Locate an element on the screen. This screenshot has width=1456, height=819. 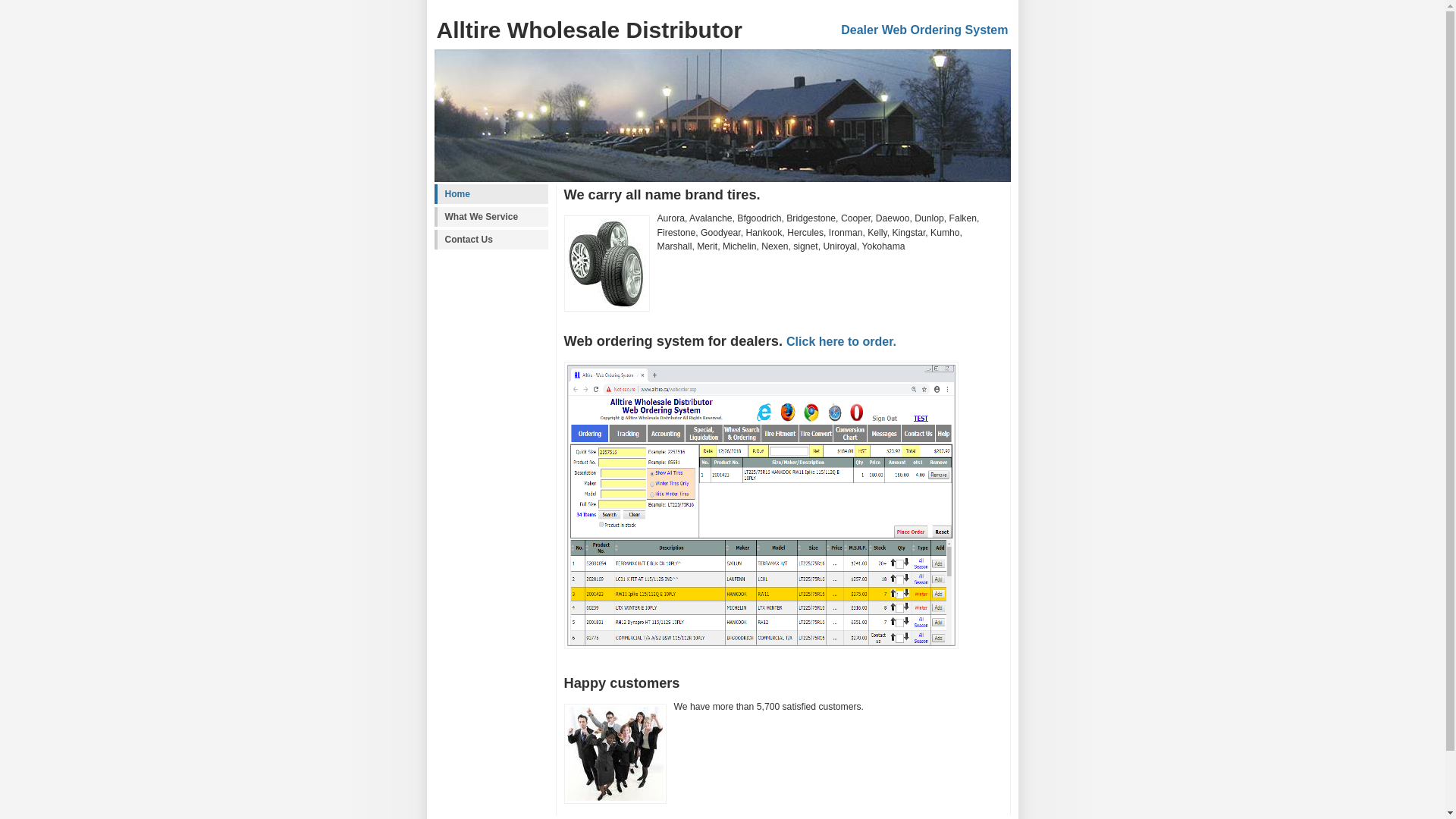
'Home' is located at coordinates (491, 193).